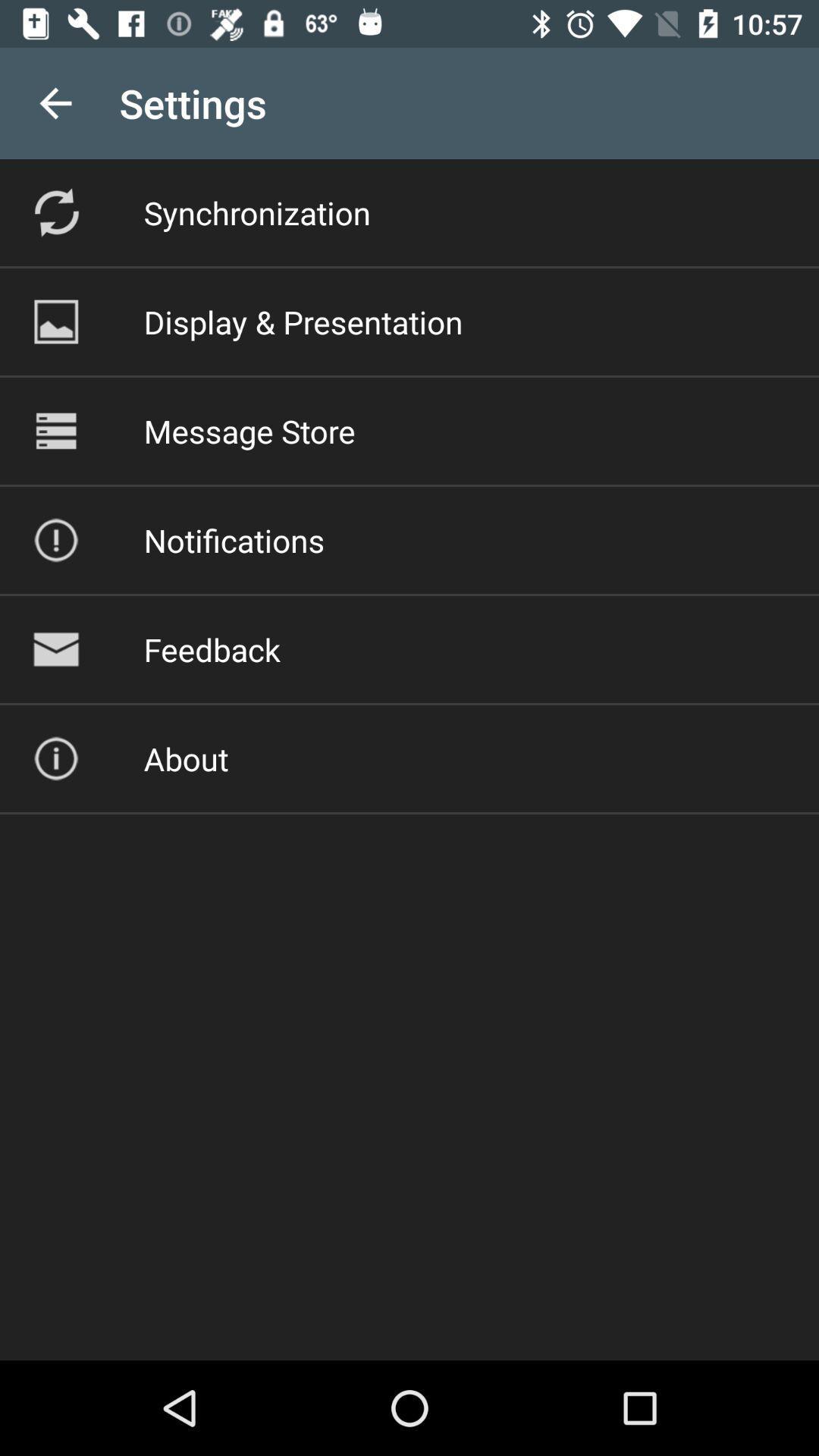 The height and width of the screenshot is (1456, 819). I want to click on the about item, so click(185, 758).